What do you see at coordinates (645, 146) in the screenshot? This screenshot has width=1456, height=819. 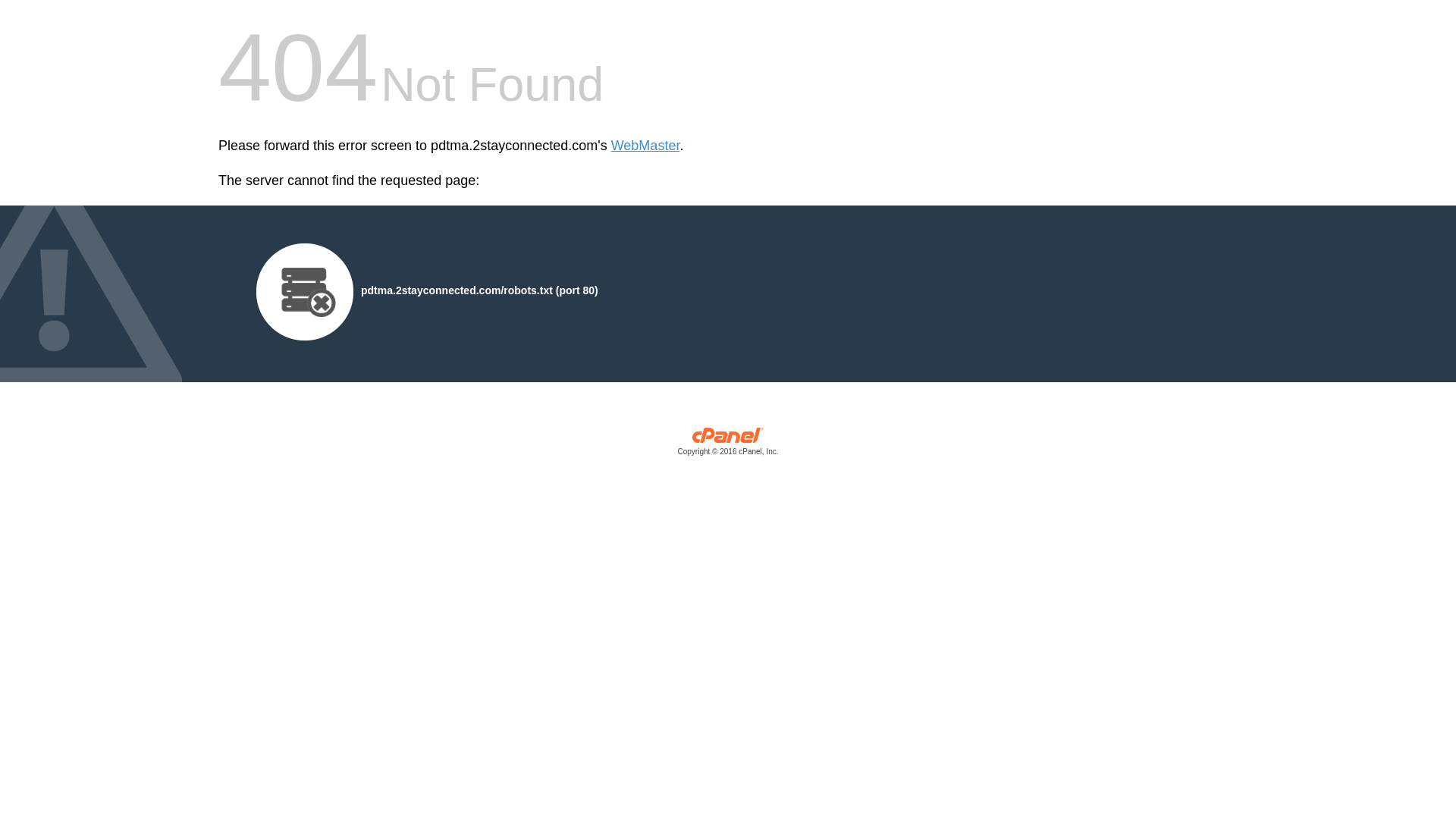 I see `'WebMaster'` at bounding box center [645, 146].